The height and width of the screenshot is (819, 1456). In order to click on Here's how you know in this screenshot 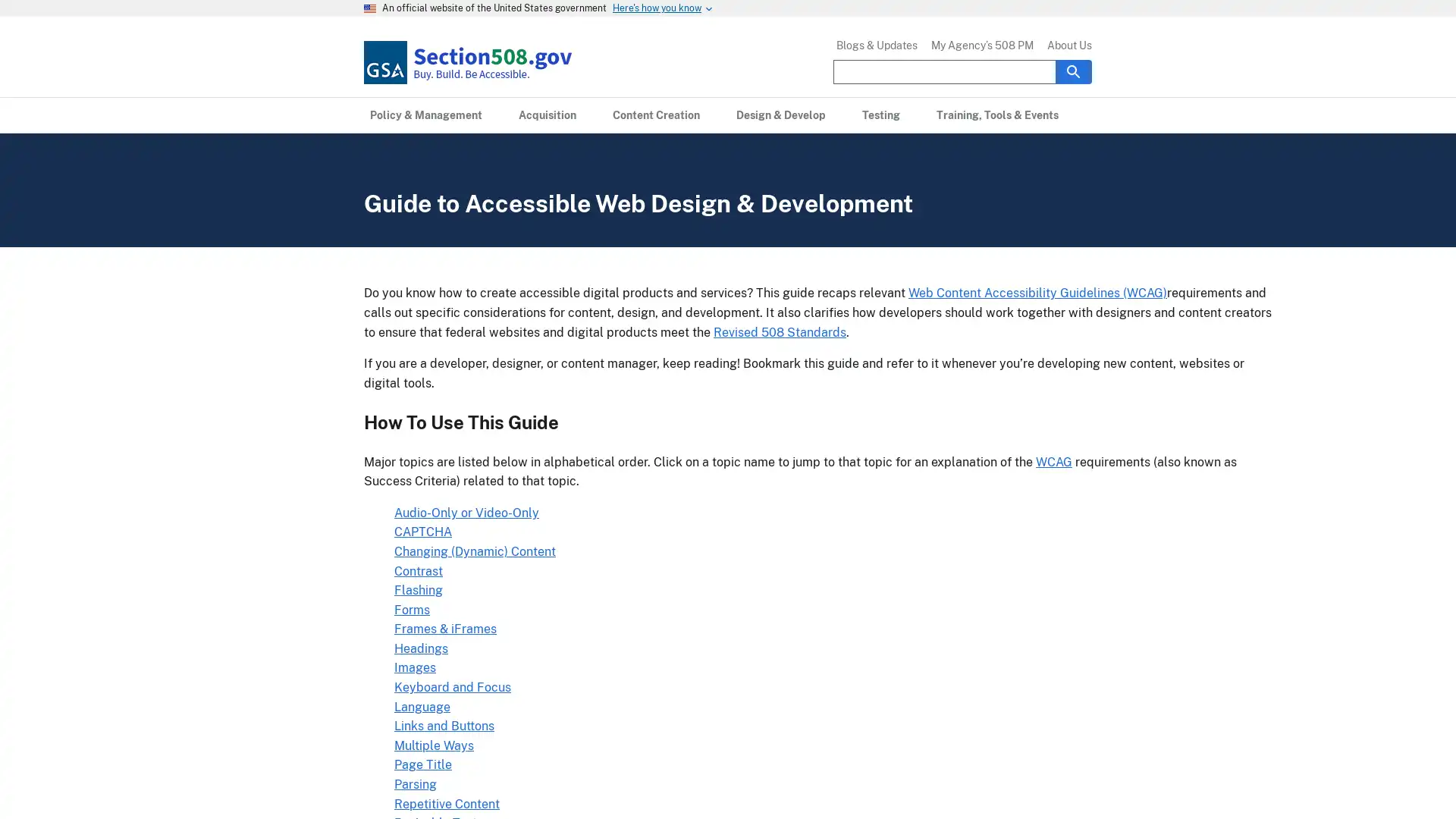, I will do `click(657, 8)`.